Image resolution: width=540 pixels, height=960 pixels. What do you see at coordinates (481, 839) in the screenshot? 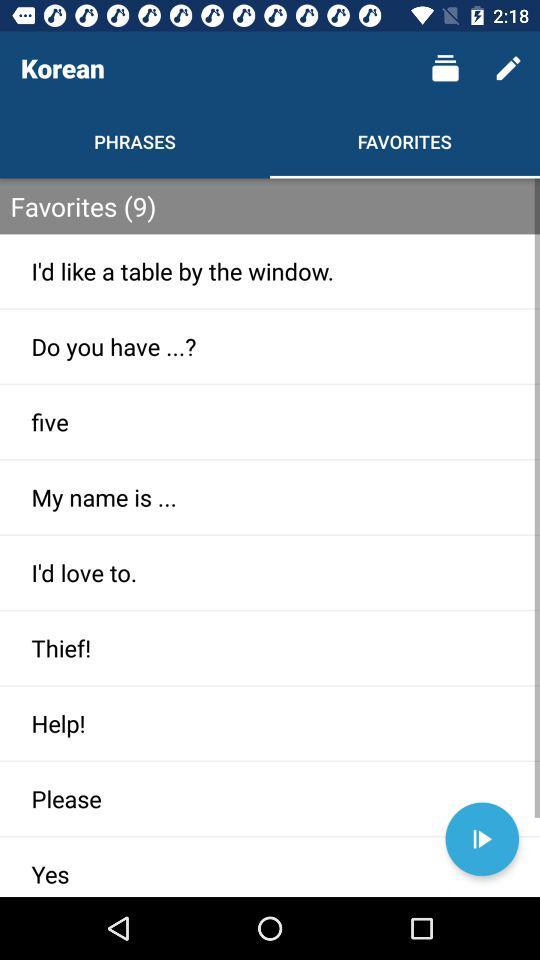
I see `word or phrase` at bounding box center [481, 839].